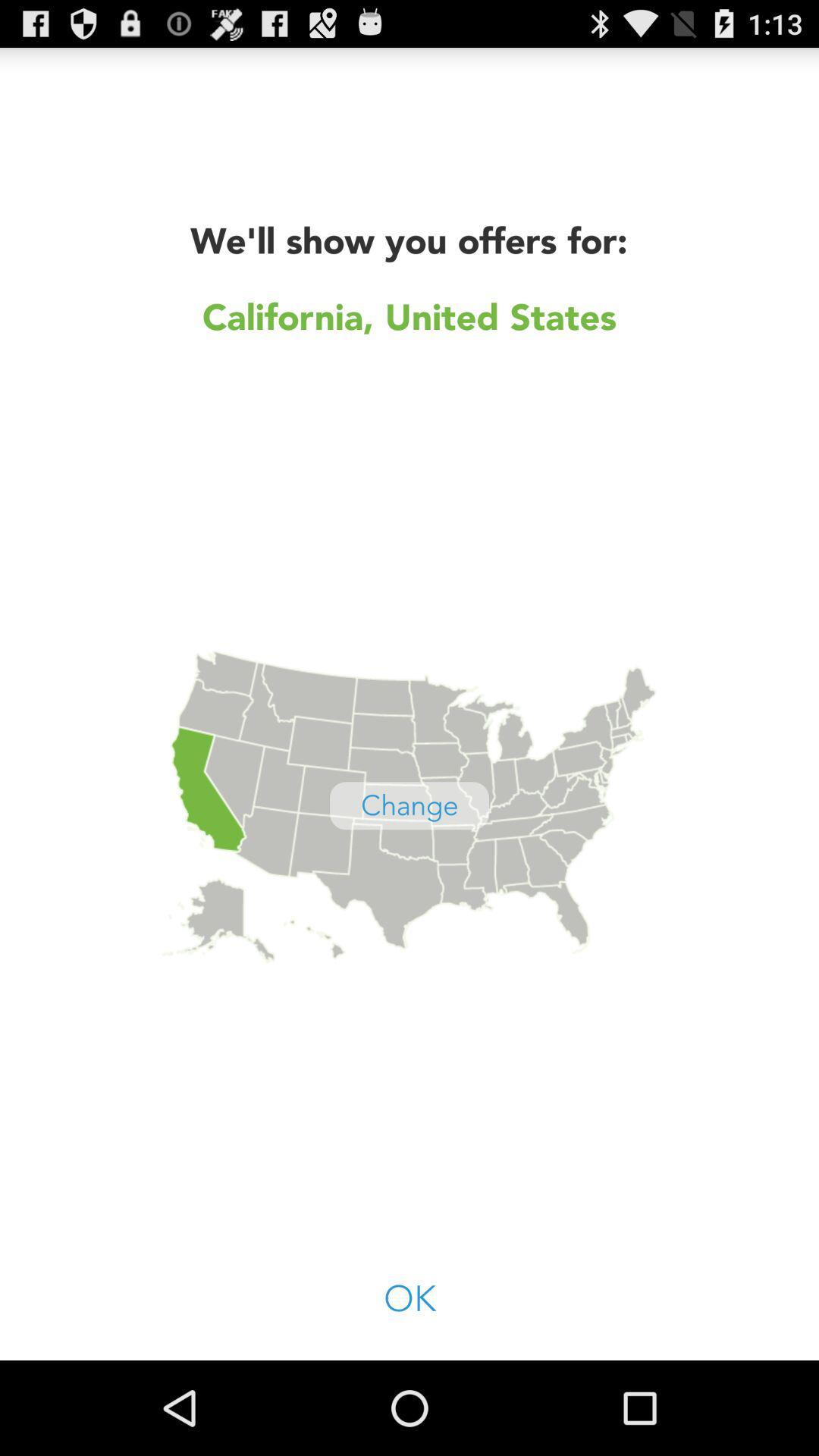  I want to click on the app below california, united states icon, so click(409, 805).